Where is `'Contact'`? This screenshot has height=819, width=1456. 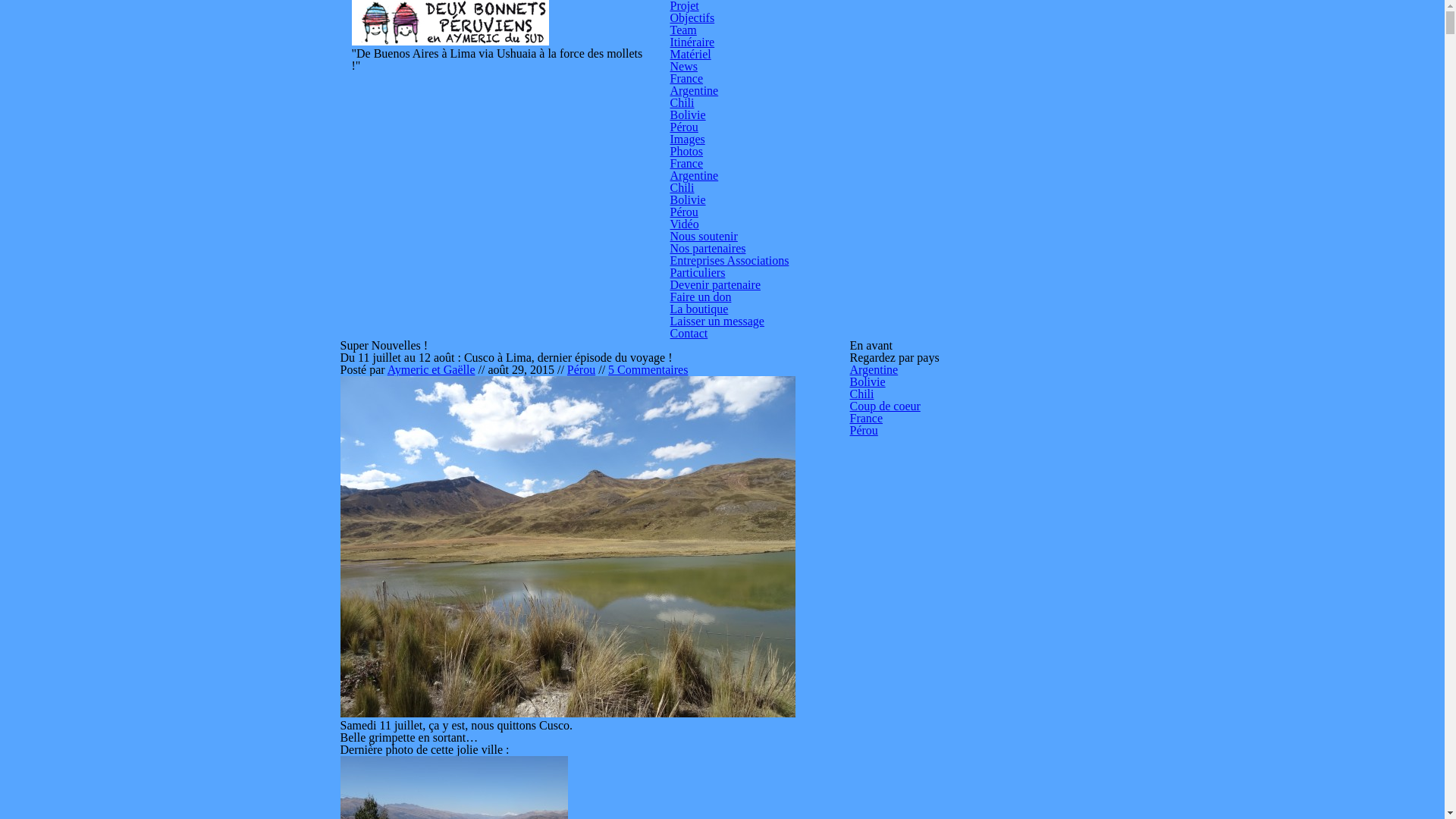 'Contact' is located at coordinates (669, 332).